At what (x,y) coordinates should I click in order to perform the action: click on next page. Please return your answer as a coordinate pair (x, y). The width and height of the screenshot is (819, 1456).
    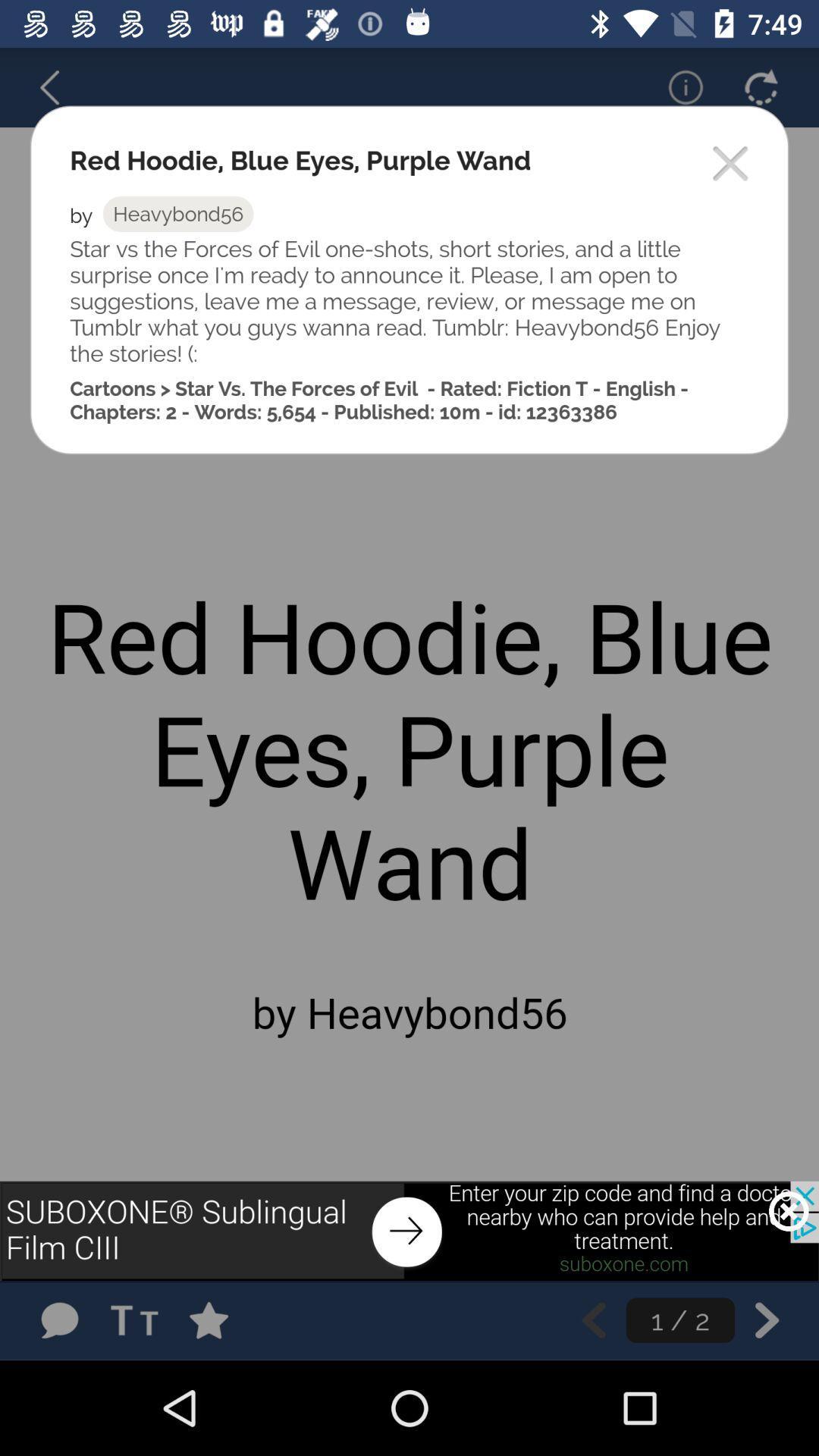
    Looking at the image, I should click on (767, 1319).